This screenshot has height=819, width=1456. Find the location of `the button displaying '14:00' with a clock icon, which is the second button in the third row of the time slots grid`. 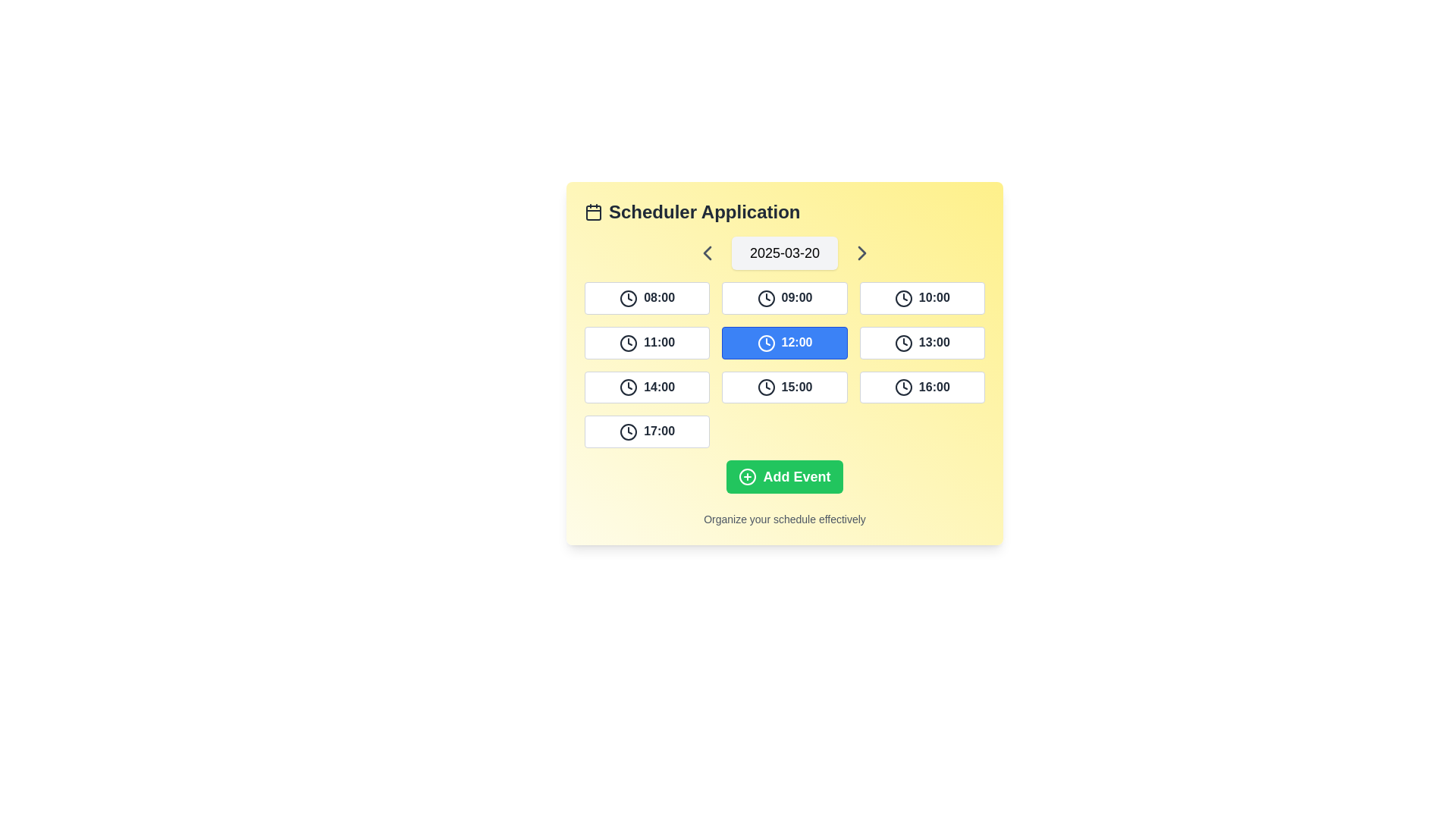

the button displaying '14:00' with a clock icon, which is the second button in the third row of the time slots grid is located at coordinates (647, 386).